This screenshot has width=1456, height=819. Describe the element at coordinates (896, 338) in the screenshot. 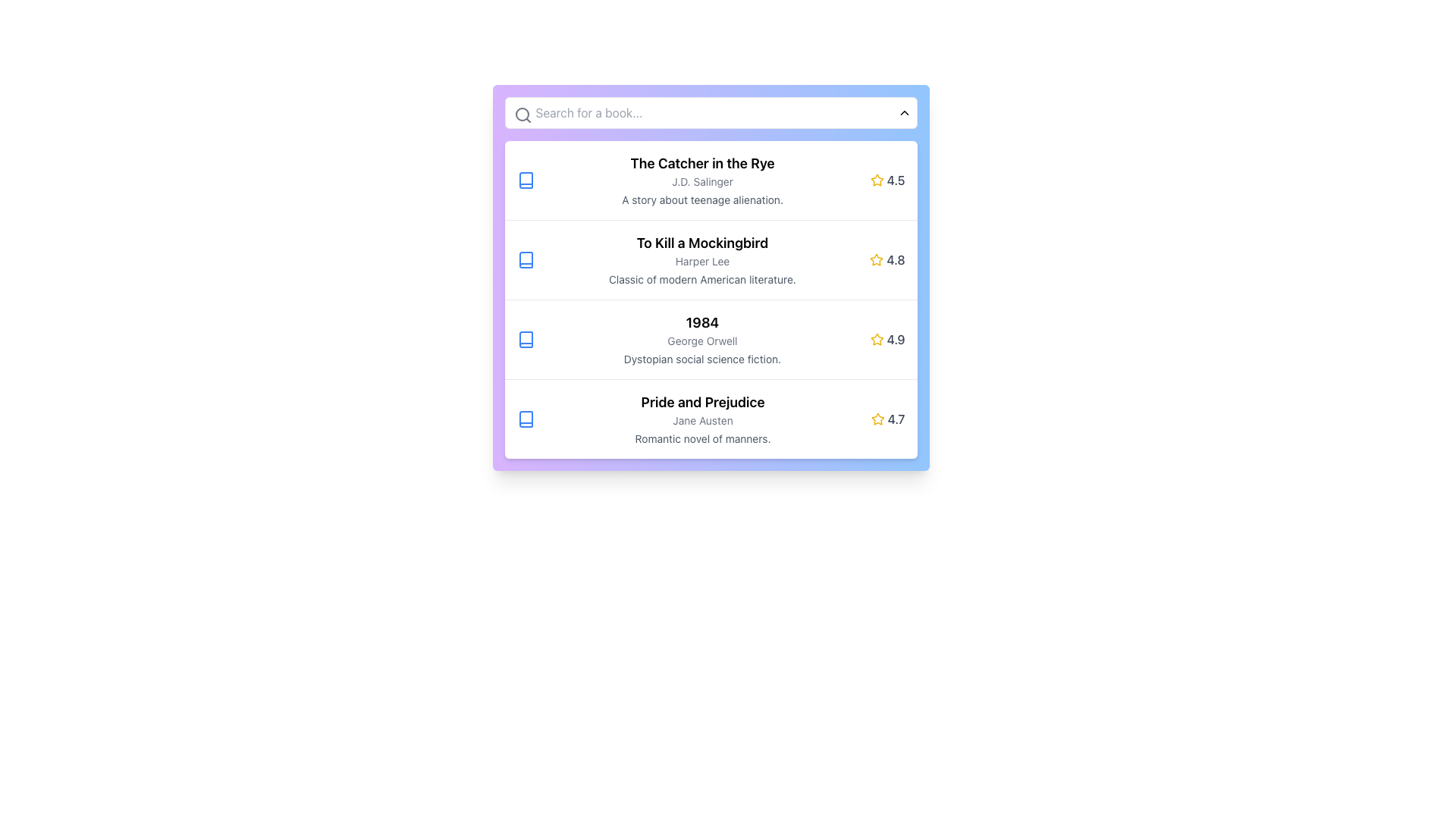

I see `the numerical rating score text for the book '1984', located in the bottom-right corner of its list item row, which is the third sibling element` at that location.